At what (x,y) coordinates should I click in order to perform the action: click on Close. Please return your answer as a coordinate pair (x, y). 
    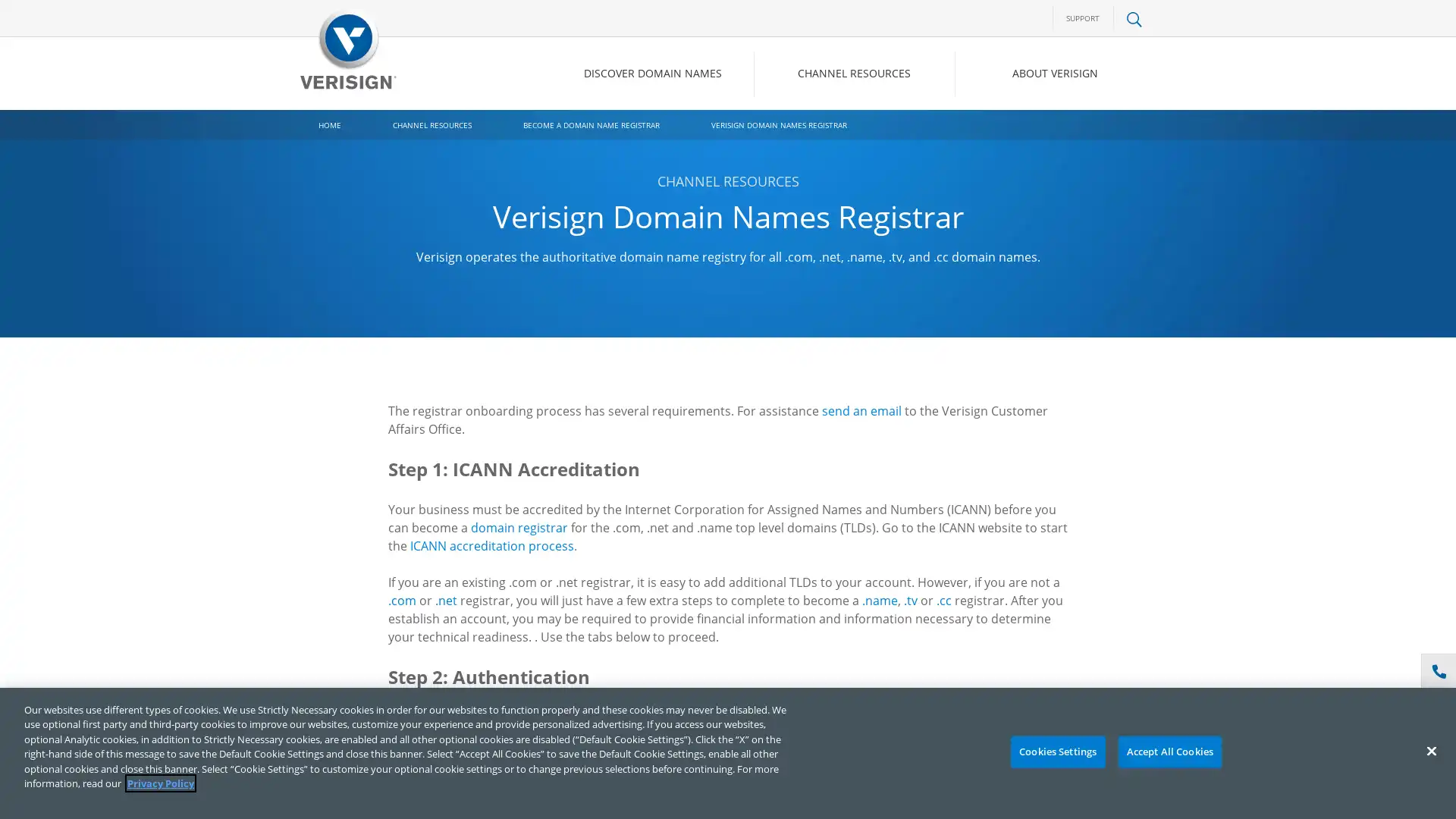
    Looking at the image, I should click on (1430, 751).